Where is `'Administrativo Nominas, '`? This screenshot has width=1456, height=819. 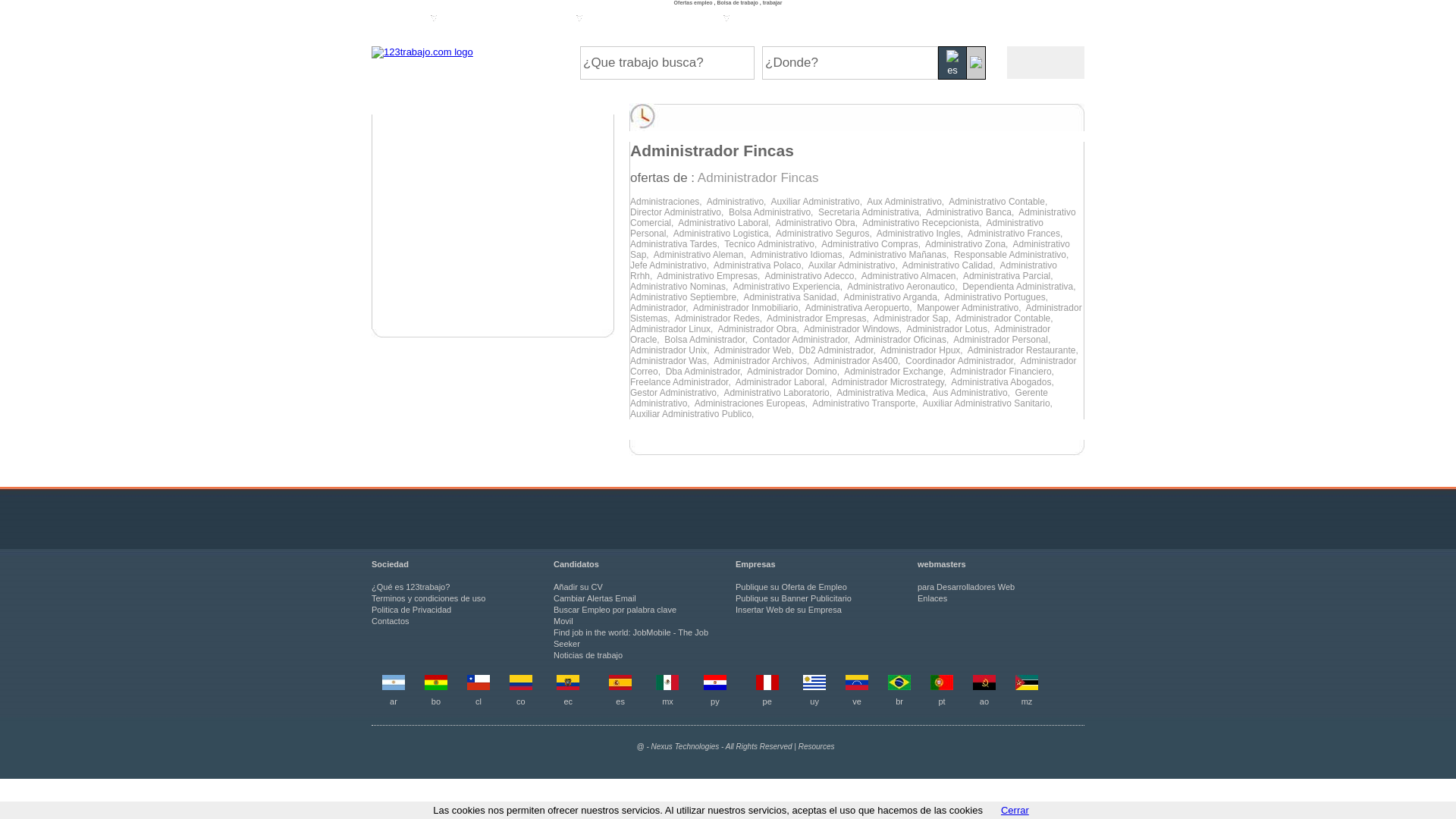 'Administrativo Nominas, ' is located at coordinates (680, 287).